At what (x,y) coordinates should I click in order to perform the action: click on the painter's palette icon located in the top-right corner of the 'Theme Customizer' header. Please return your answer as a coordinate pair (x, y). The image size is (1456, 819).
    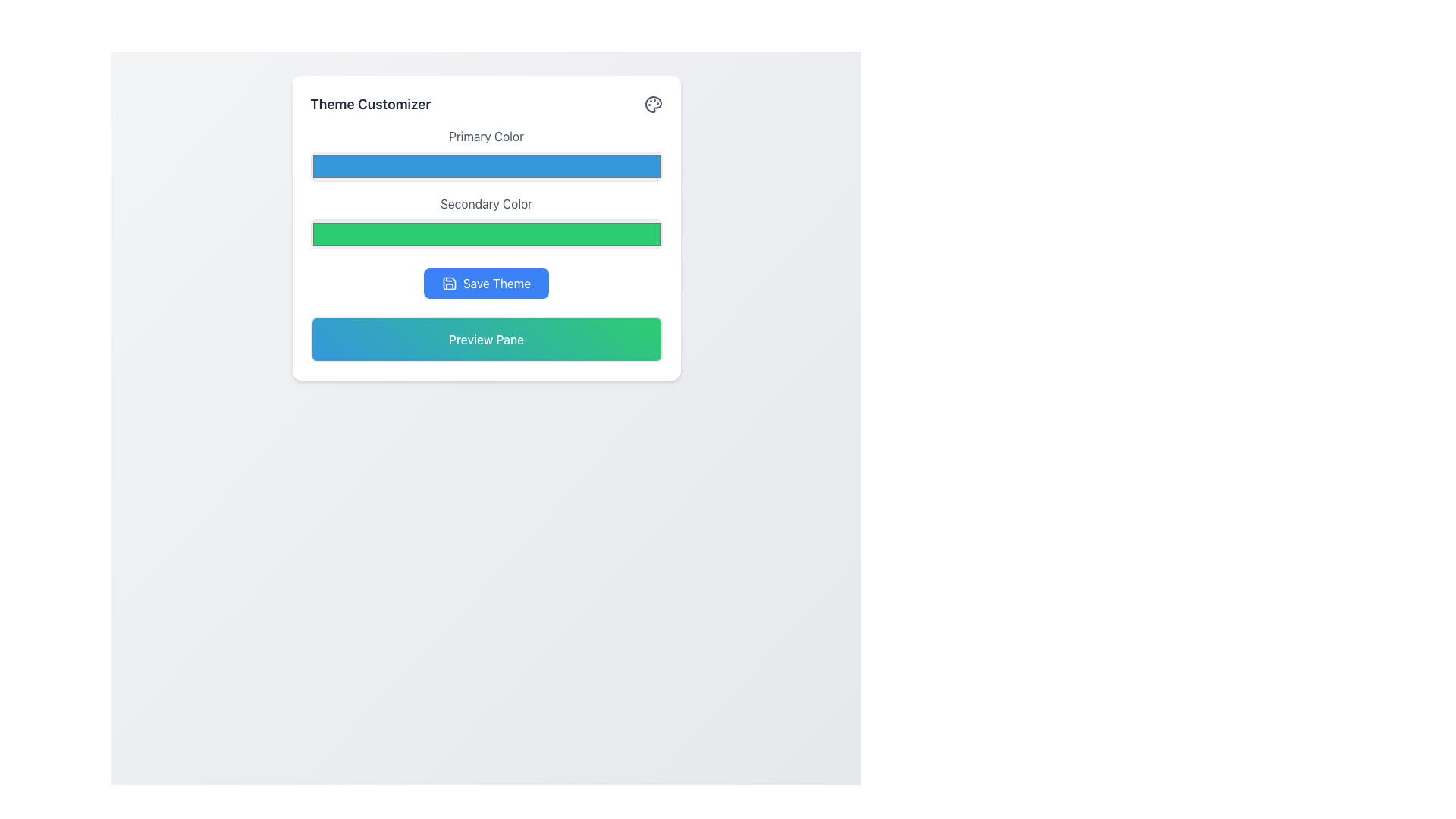
    Looking at the image, I should click on (653, 104).